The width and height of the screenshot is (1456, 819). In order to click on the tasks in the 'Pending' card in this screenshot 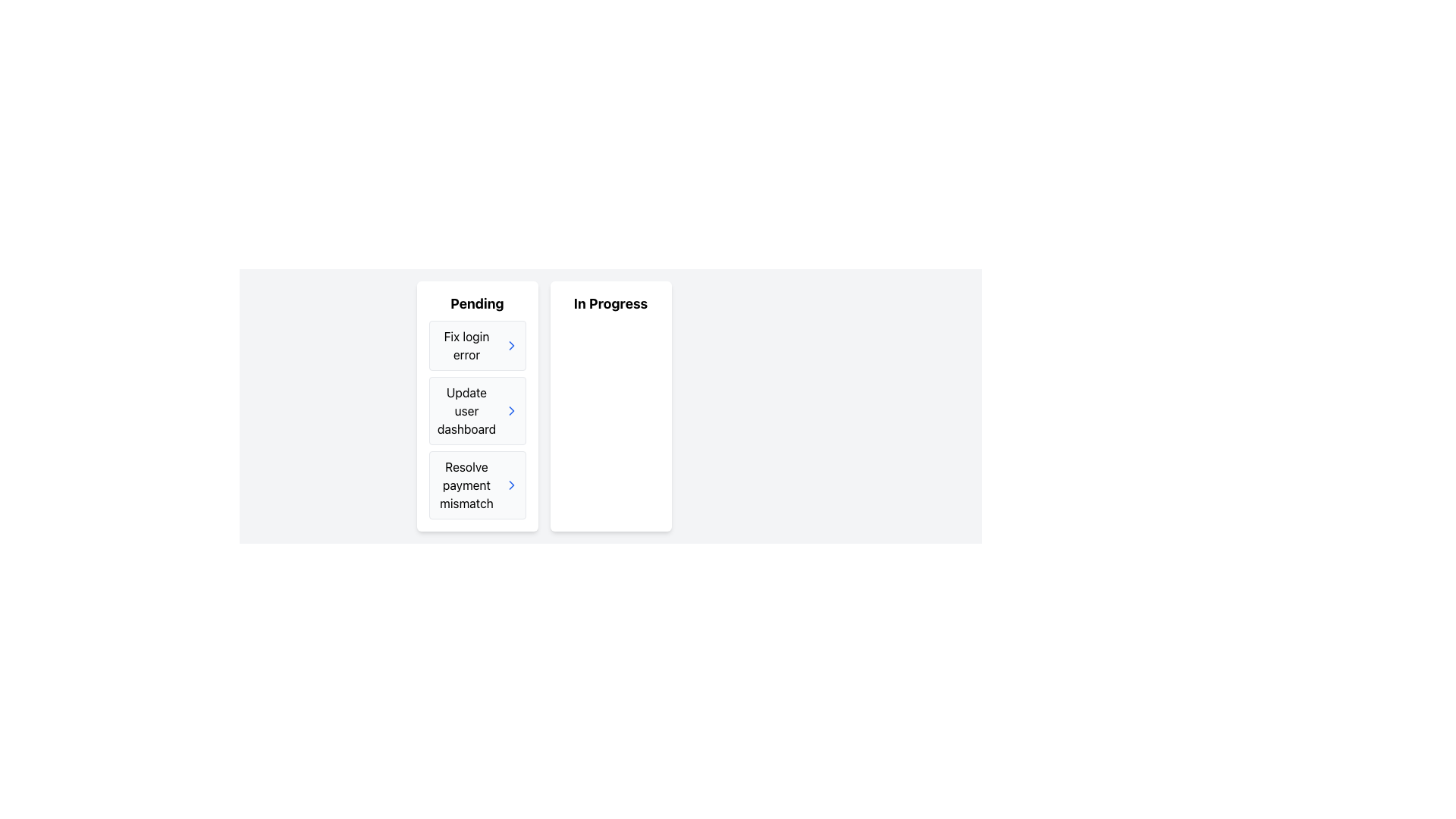, I will do `click(476, 406)`.